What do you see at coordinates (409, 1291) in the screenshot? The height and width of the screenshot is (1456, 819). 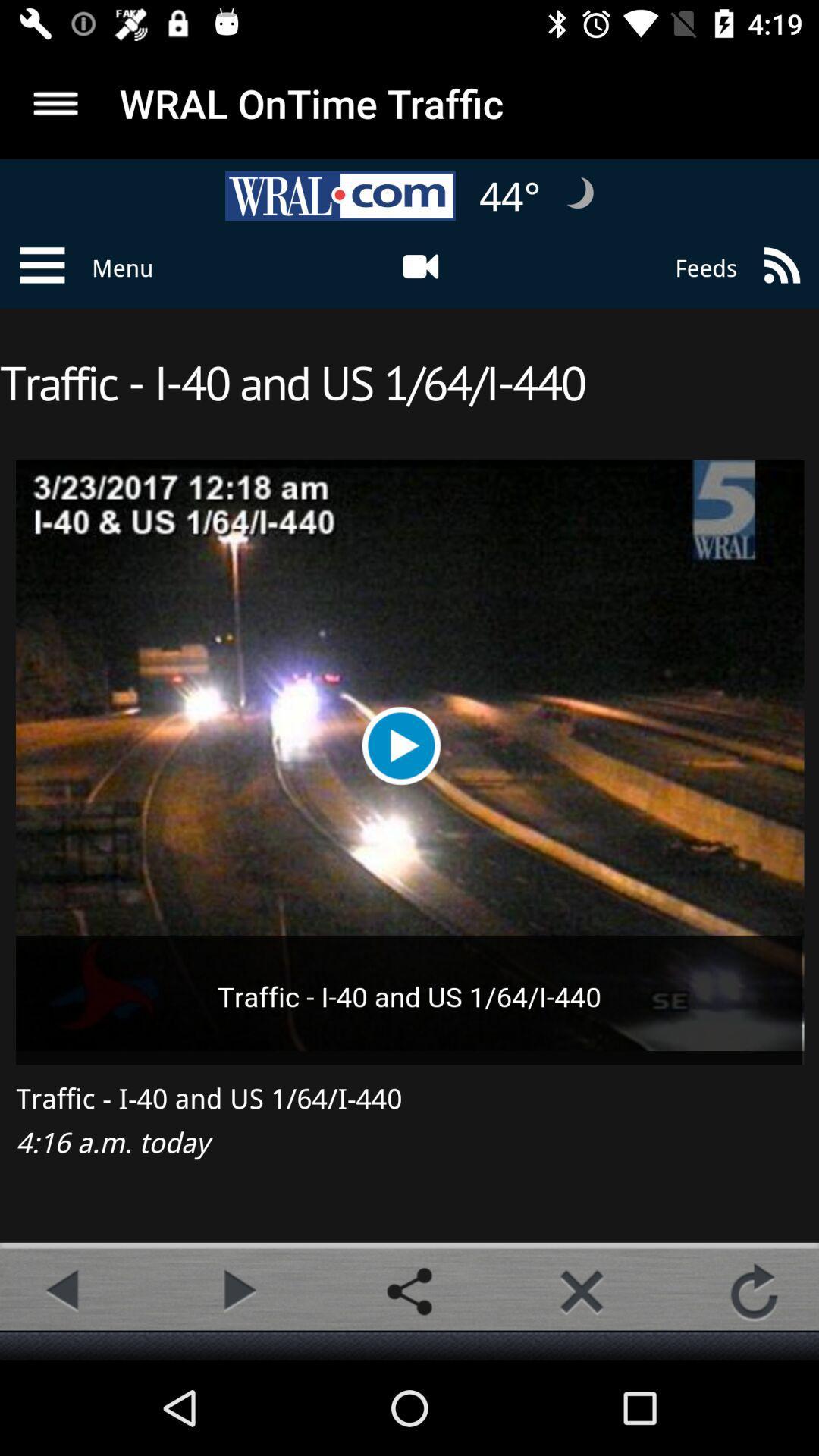 I see `share button` at bounding box center [409, 1291].